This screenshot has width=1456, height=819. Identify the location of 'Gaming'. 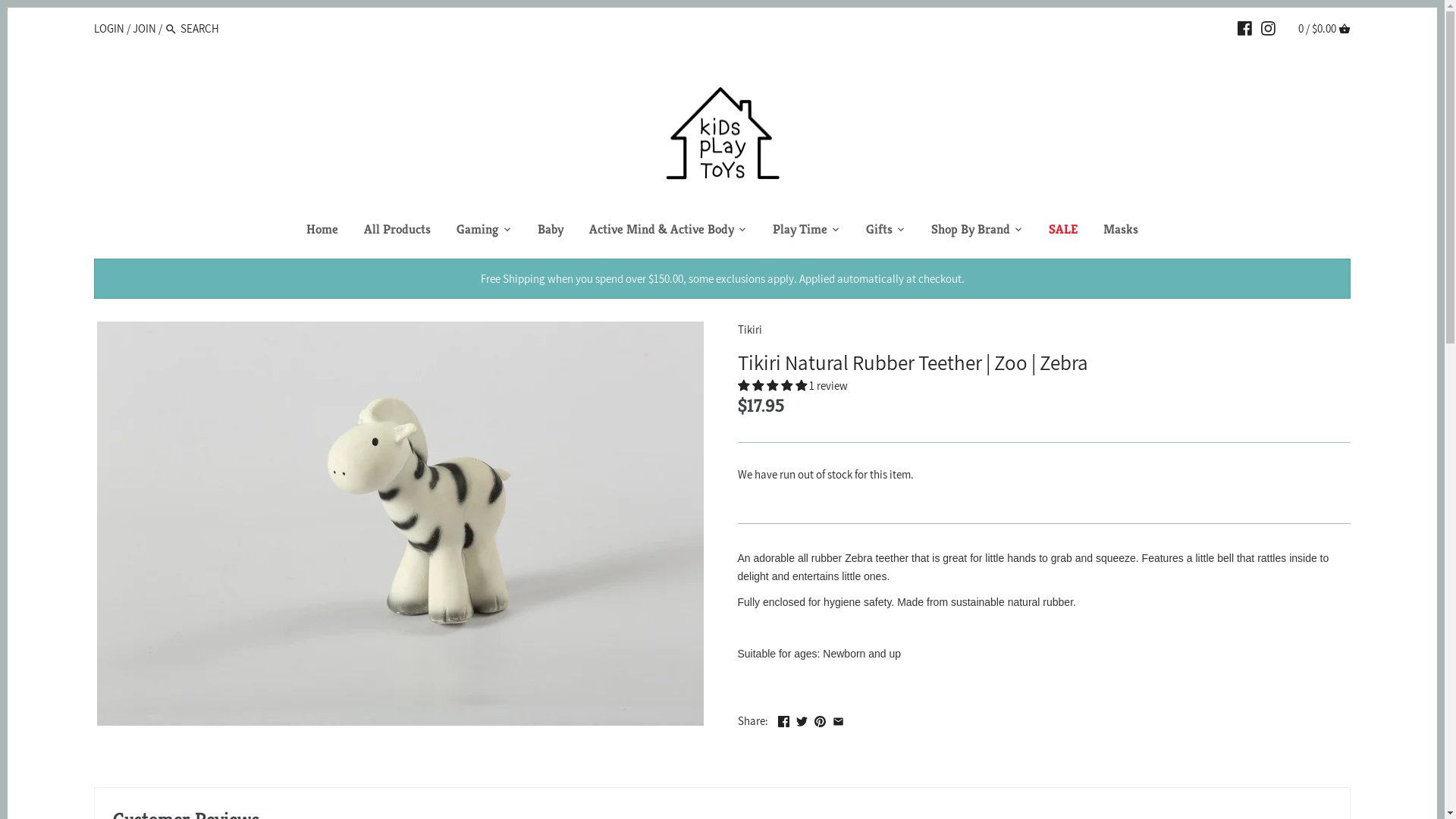
(476, 231).